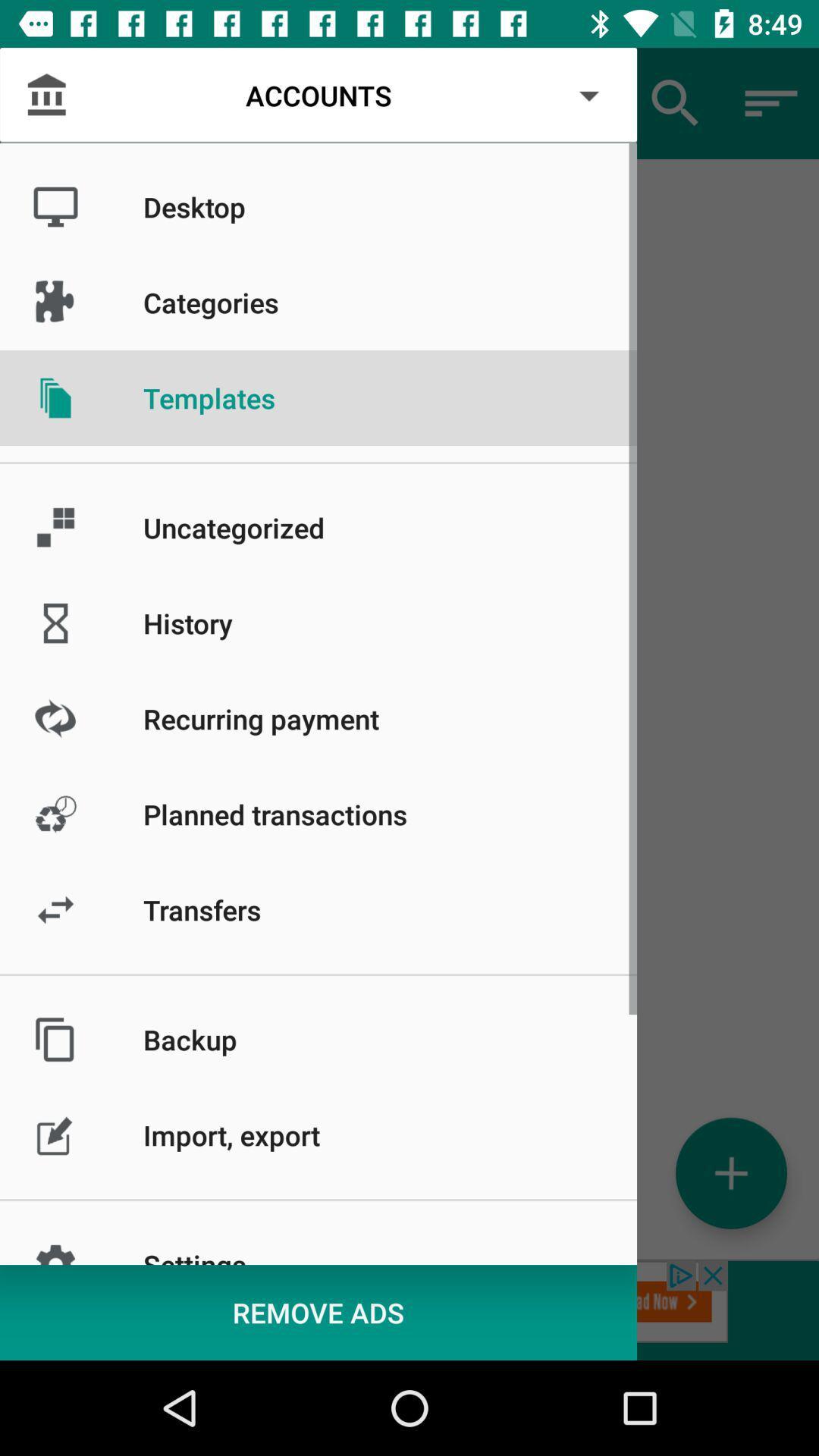 The width and height of the screenshot is (819, 1456). Describe the element at coordinates (730, 1172) in the screenshot. I see `the add icon` at that location.